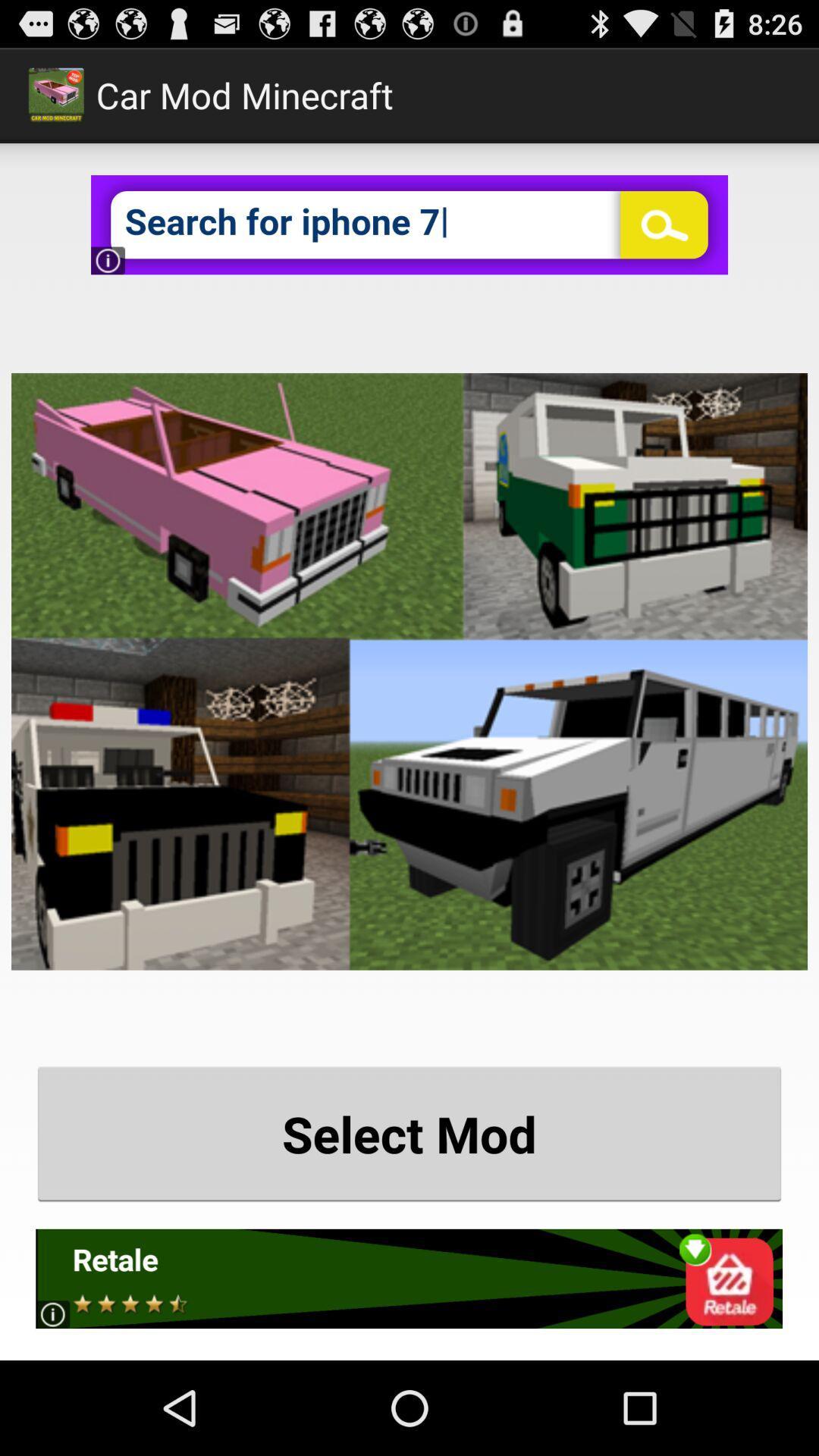 The height and width of the screenshot is (1456, 819). What do you see at coordinates (409, 224) in the screenshot?
I see `search text` at bounding box center [409, 224].